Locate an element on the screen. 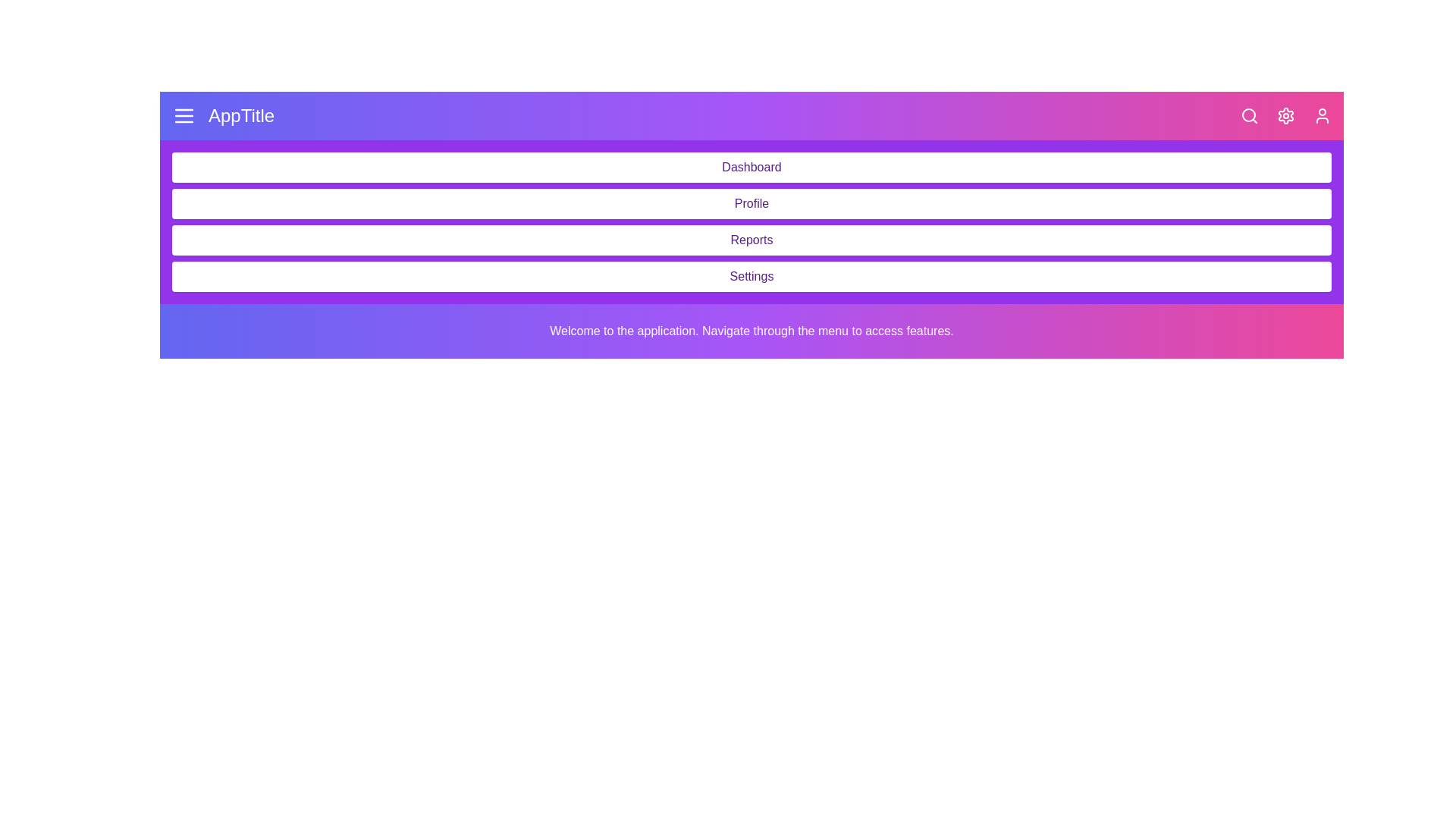 Image resolution: width=1456 pixels, height=819 pixels. the user icon to open user-related options is located at coordinates (1321, 115).